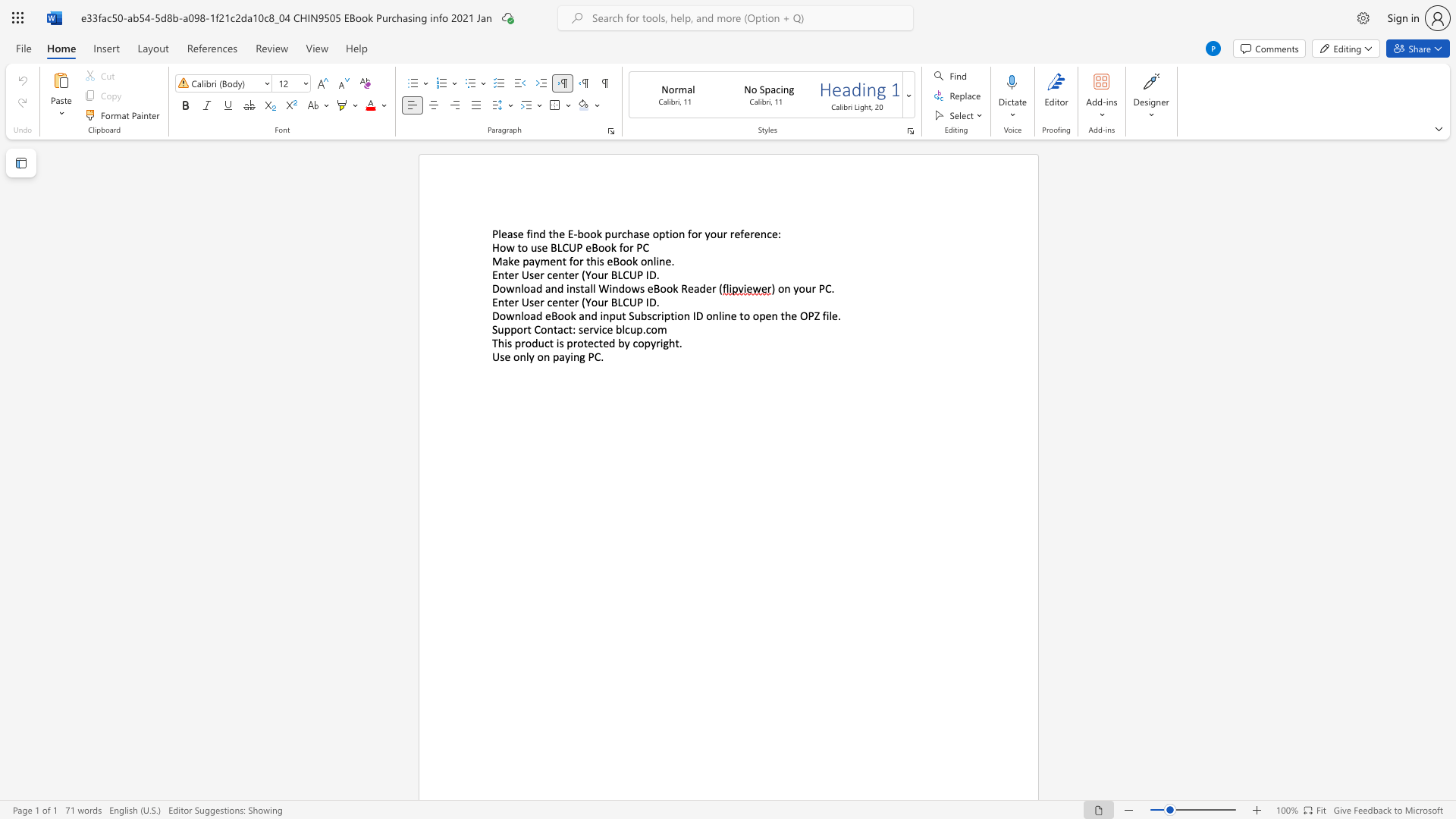 The image size is (1456, 819). Describe the element at coordinates (567, 328) in the screenshot. I see `the subset text "t: servi" within the text "Support Contact: service"` at that location.